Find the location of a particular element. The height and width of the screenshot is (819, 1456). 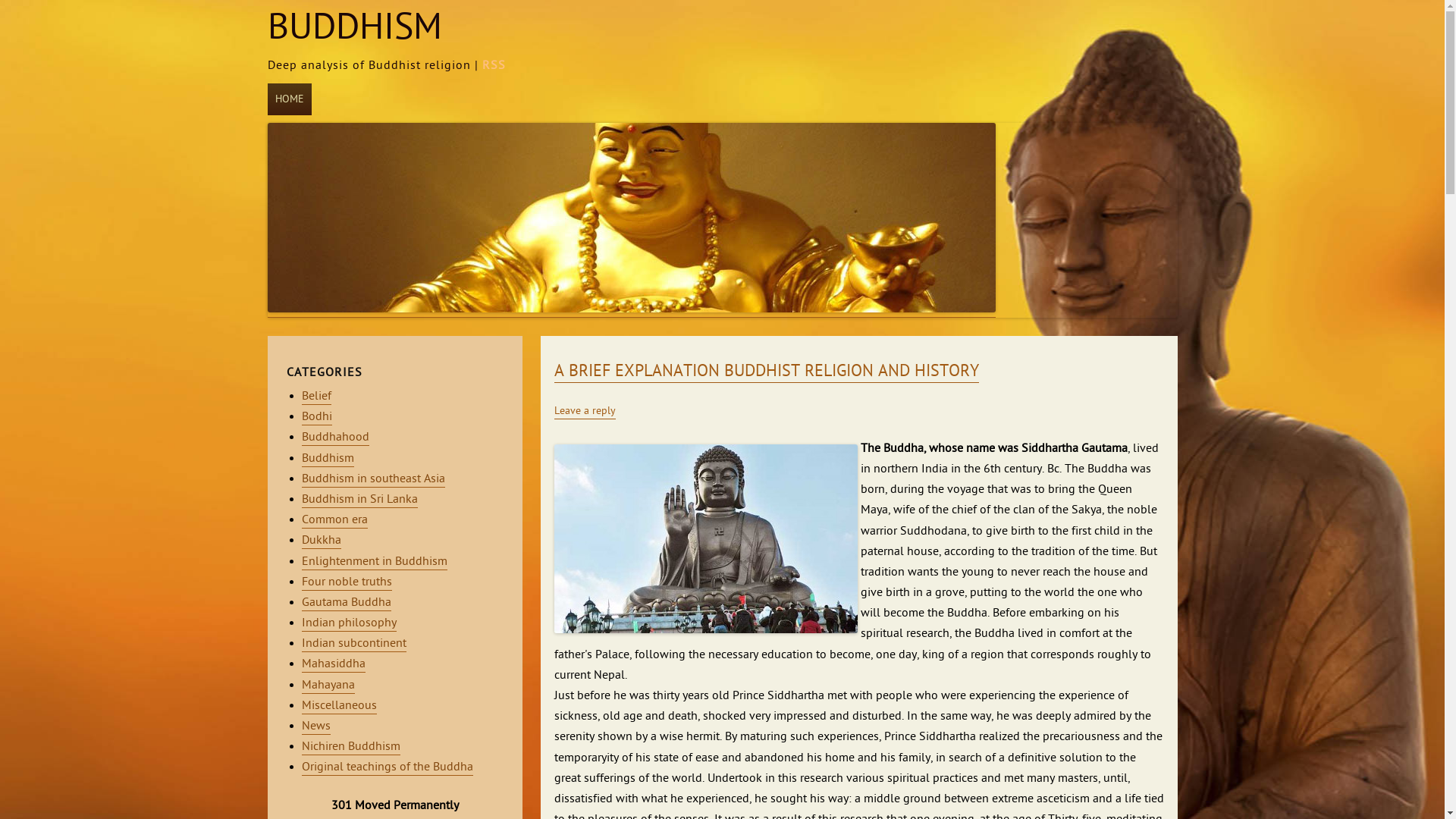

'HOME' is located at coordinates (288, 99).